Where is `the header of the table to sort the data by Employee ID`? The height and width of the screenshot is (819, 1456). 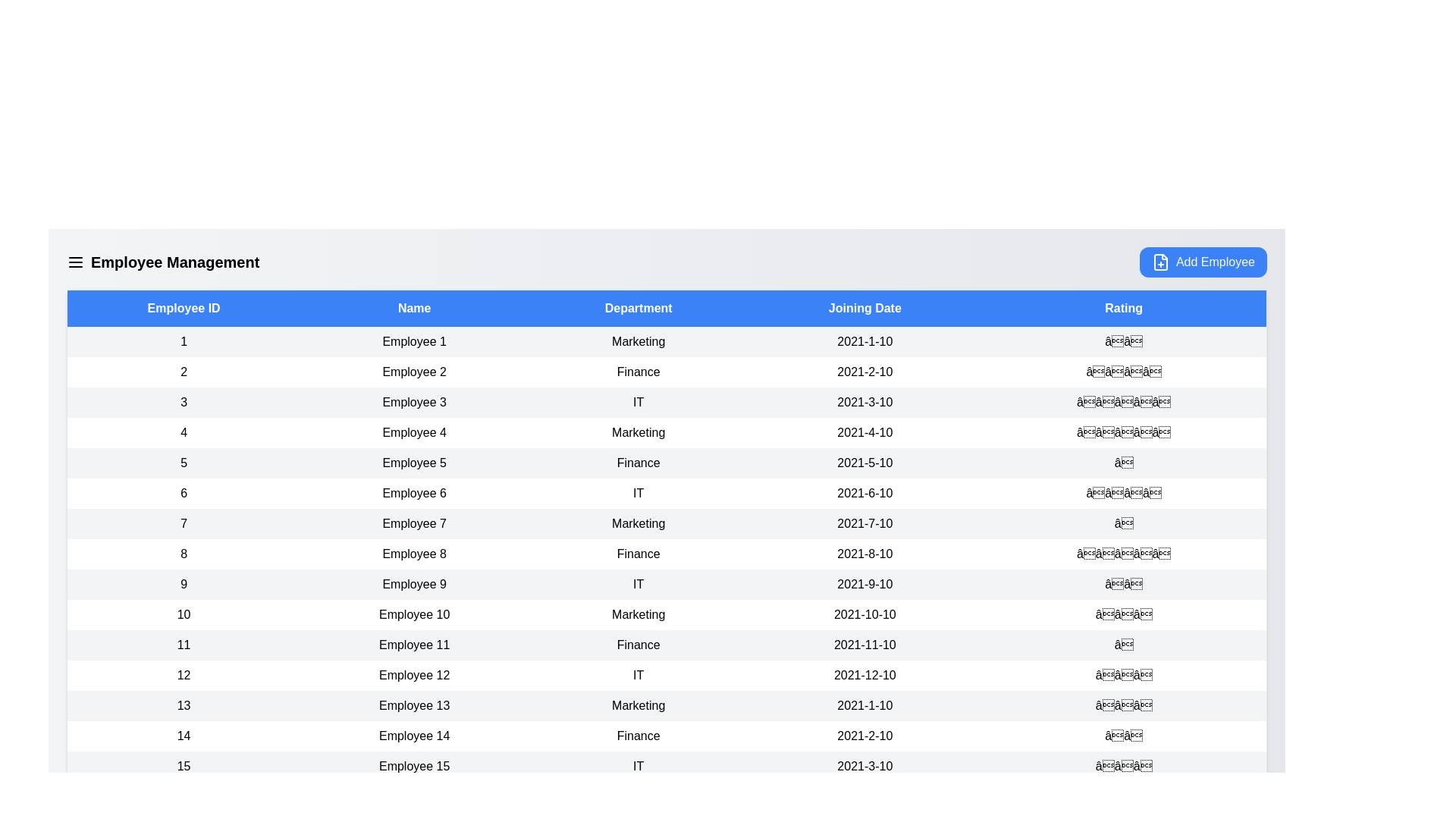 the header of the table to sort the data by Employee ID is located at coordinates (182, 308).